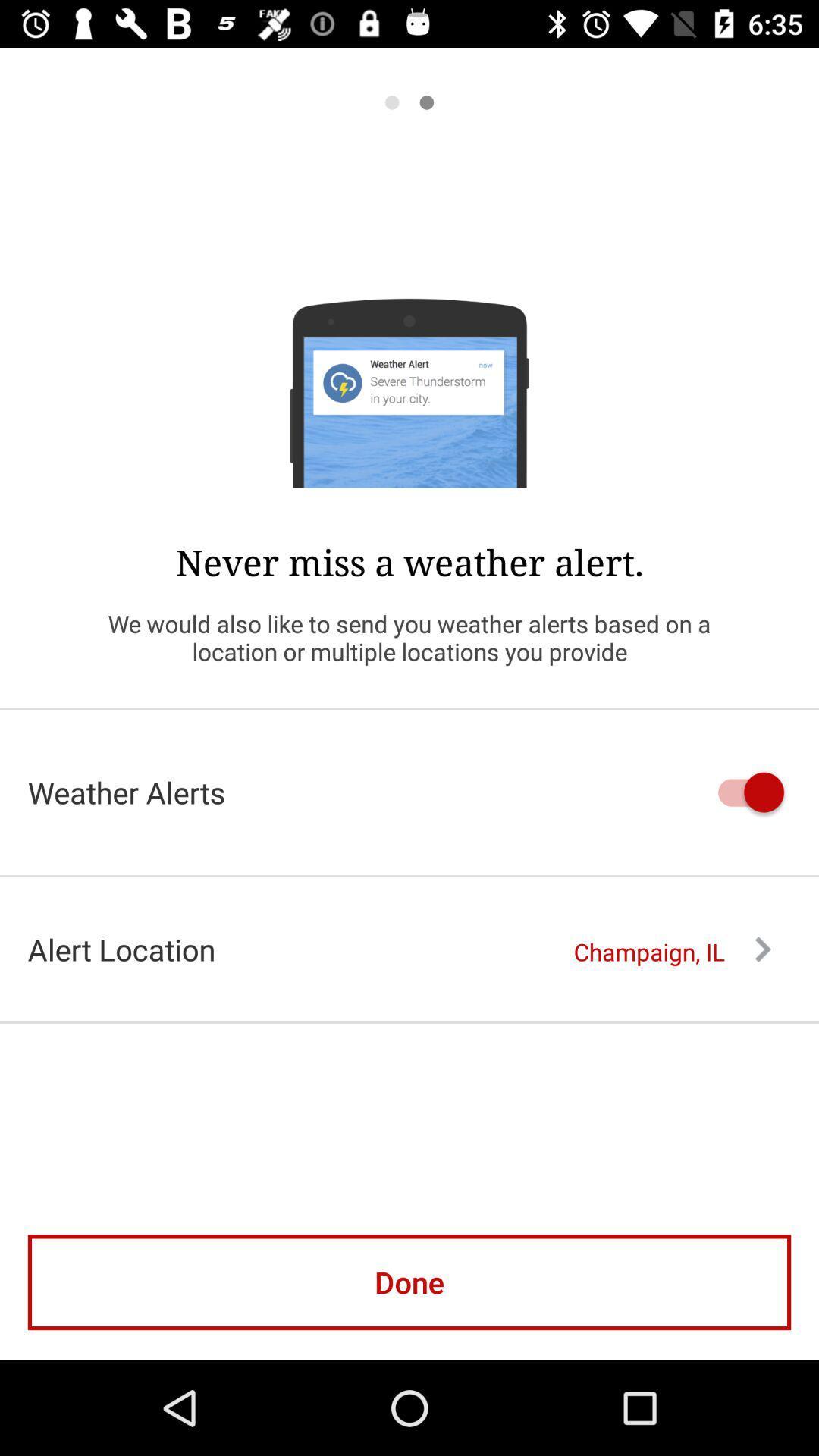  I want to click on the champaign, il icon, so click(671, 951).